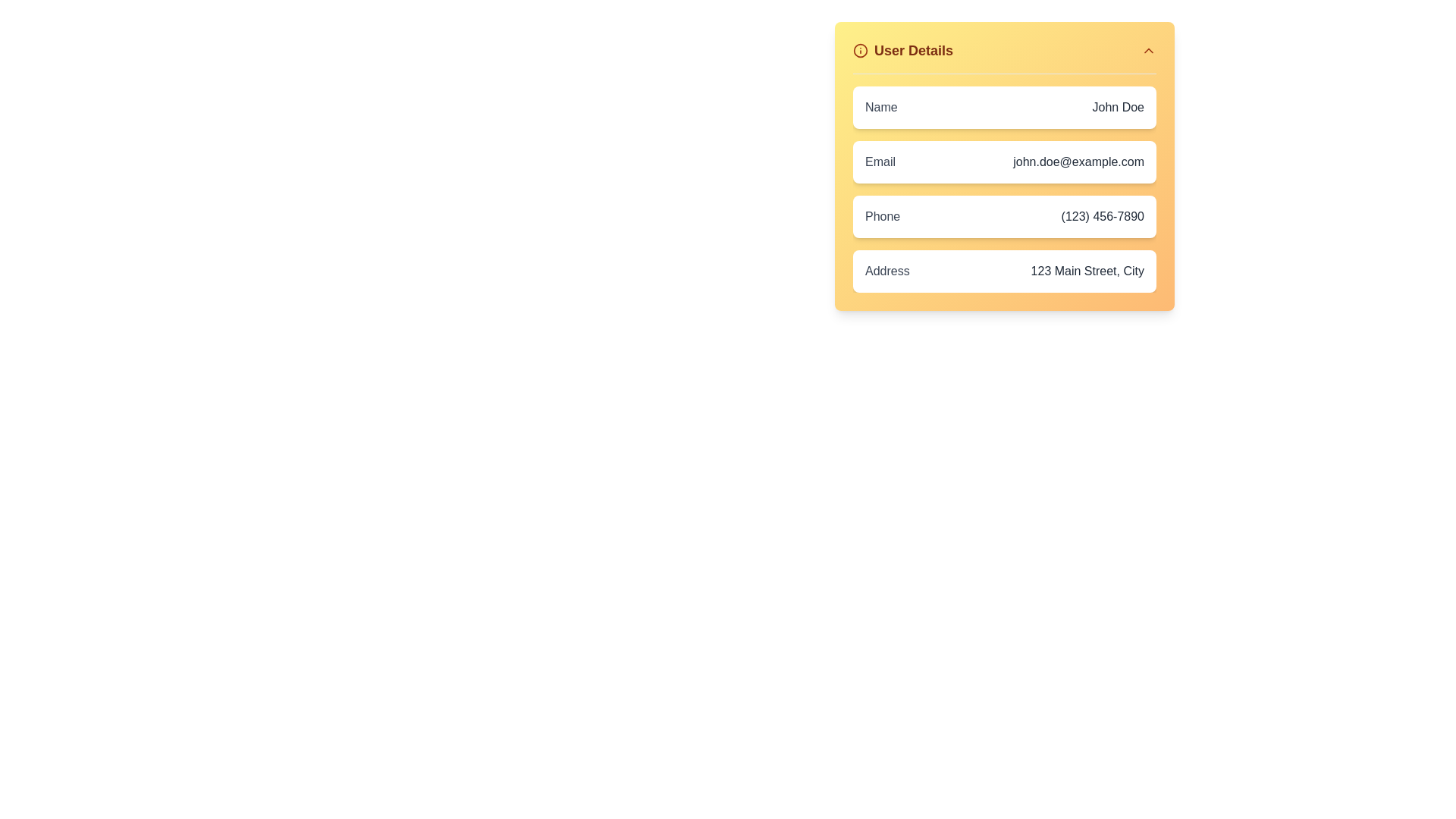 This screenshot has width=1456, height=819. Describe the element at coordinates (1078, 162) in the screenshot. I see `the email address text label displayed` at that location.